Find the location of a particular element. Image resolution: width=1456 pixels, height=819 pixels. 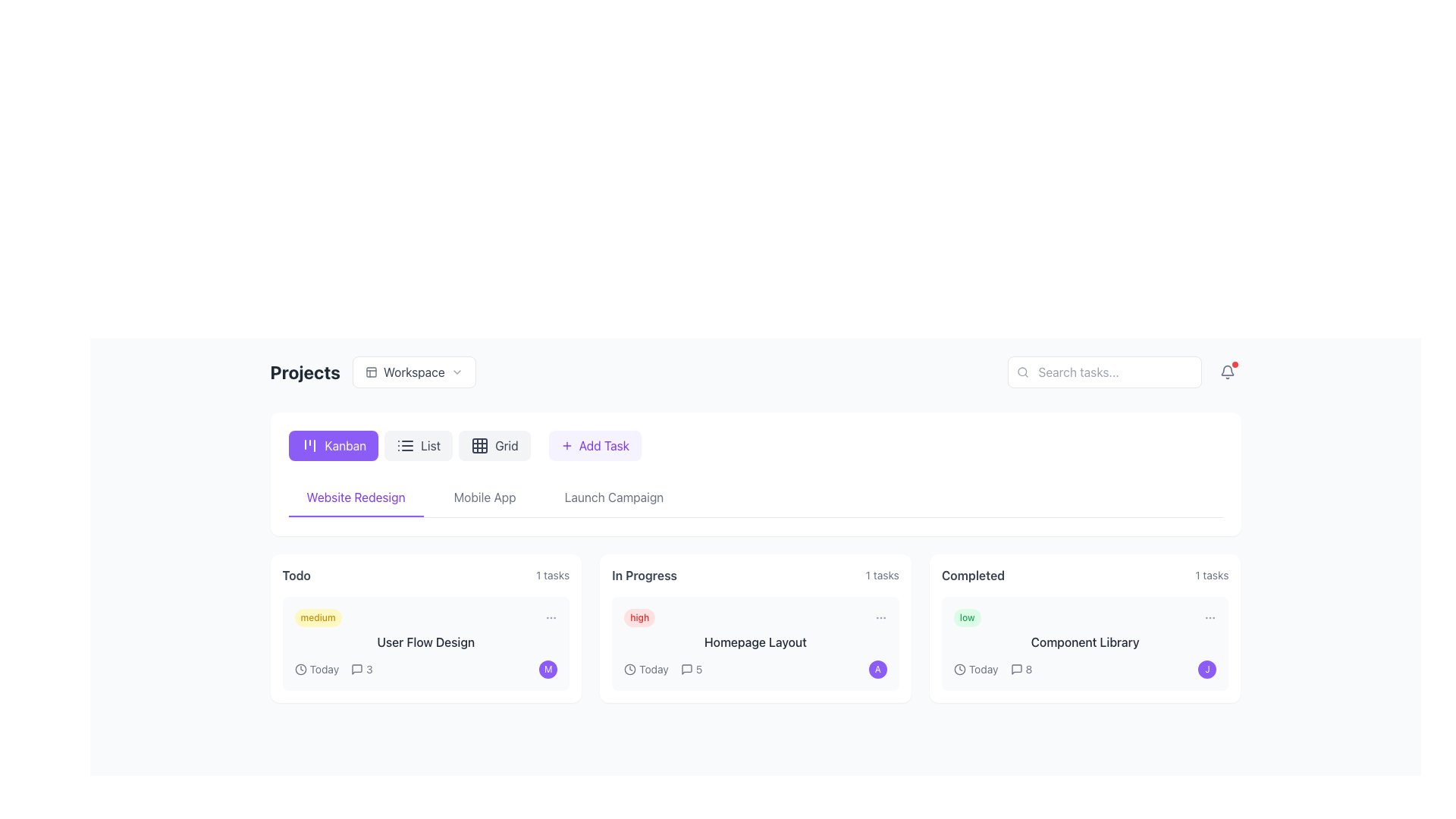

the comments icon located in the 'Completed' section beneath the 'Component Library' label, which indicates there are 8 messages related to it is located at coordinates (1015, 669).